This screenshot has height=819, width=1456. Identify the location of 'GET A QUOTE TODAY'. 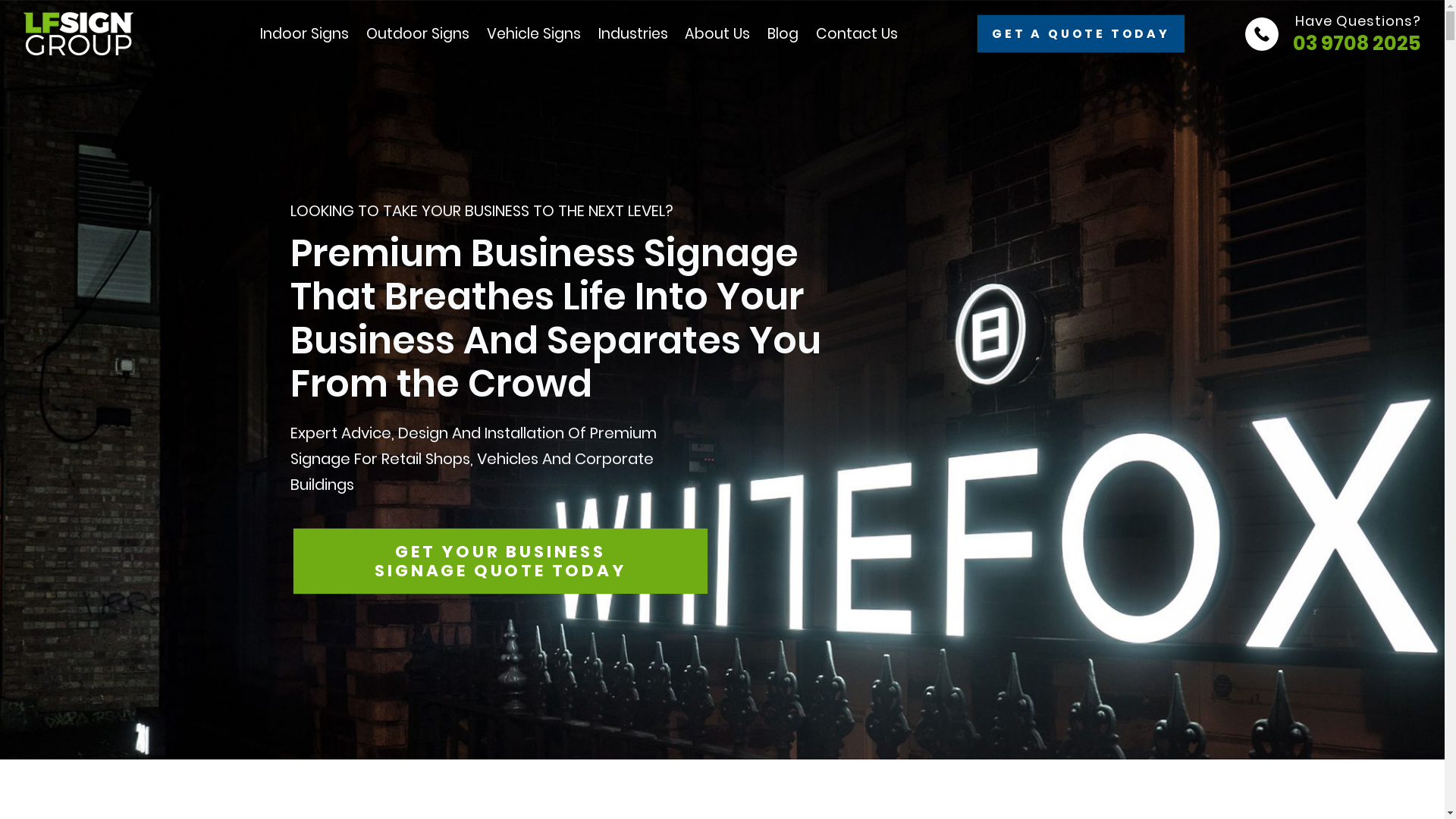
(1080, 33).